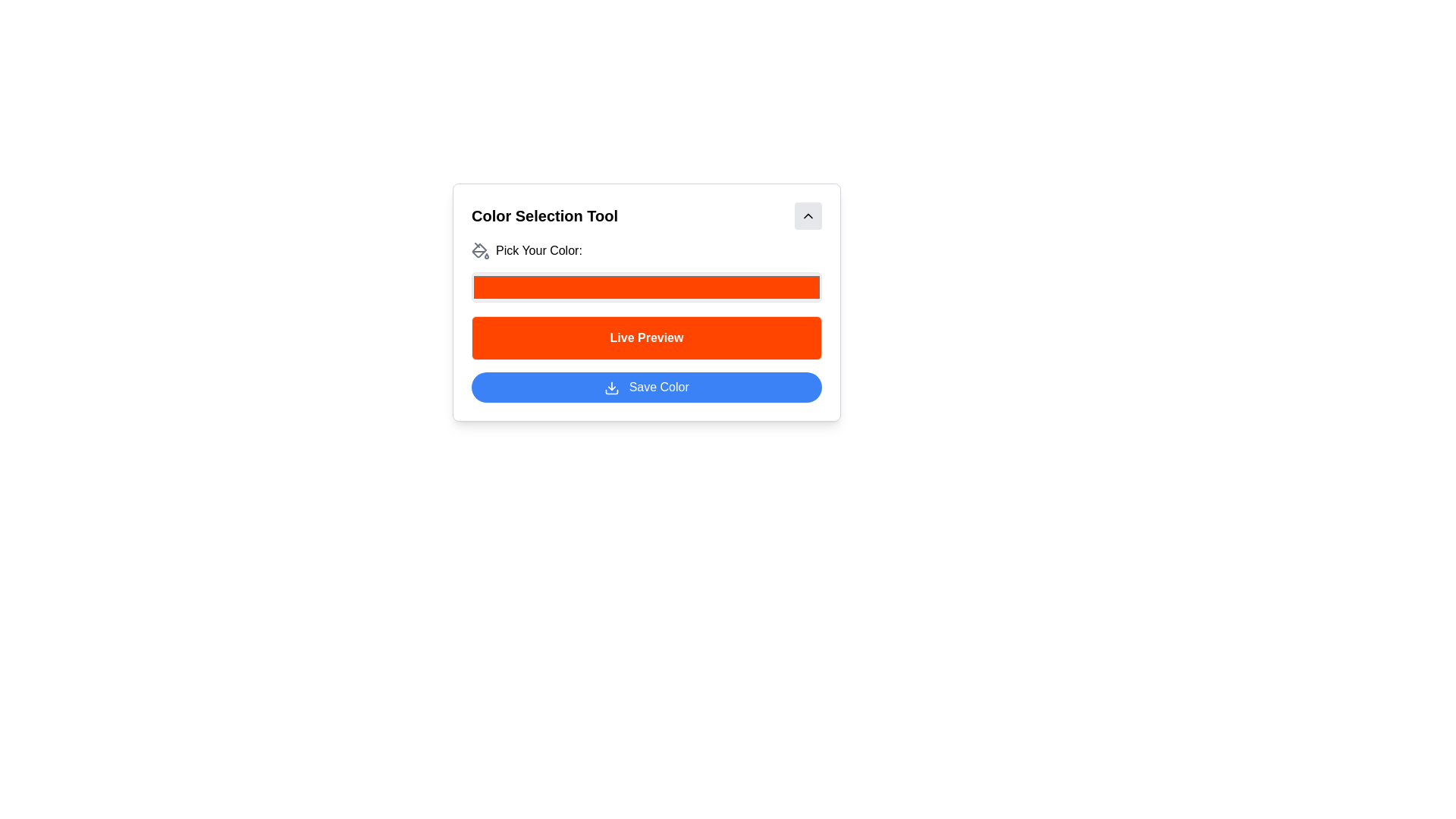  What do you see at coordinates (807, 216) in the screenshot?
I see `the toggle button in the top-right corner of the 'Color Selection Tool' panel` at bounding box center [807, 216].